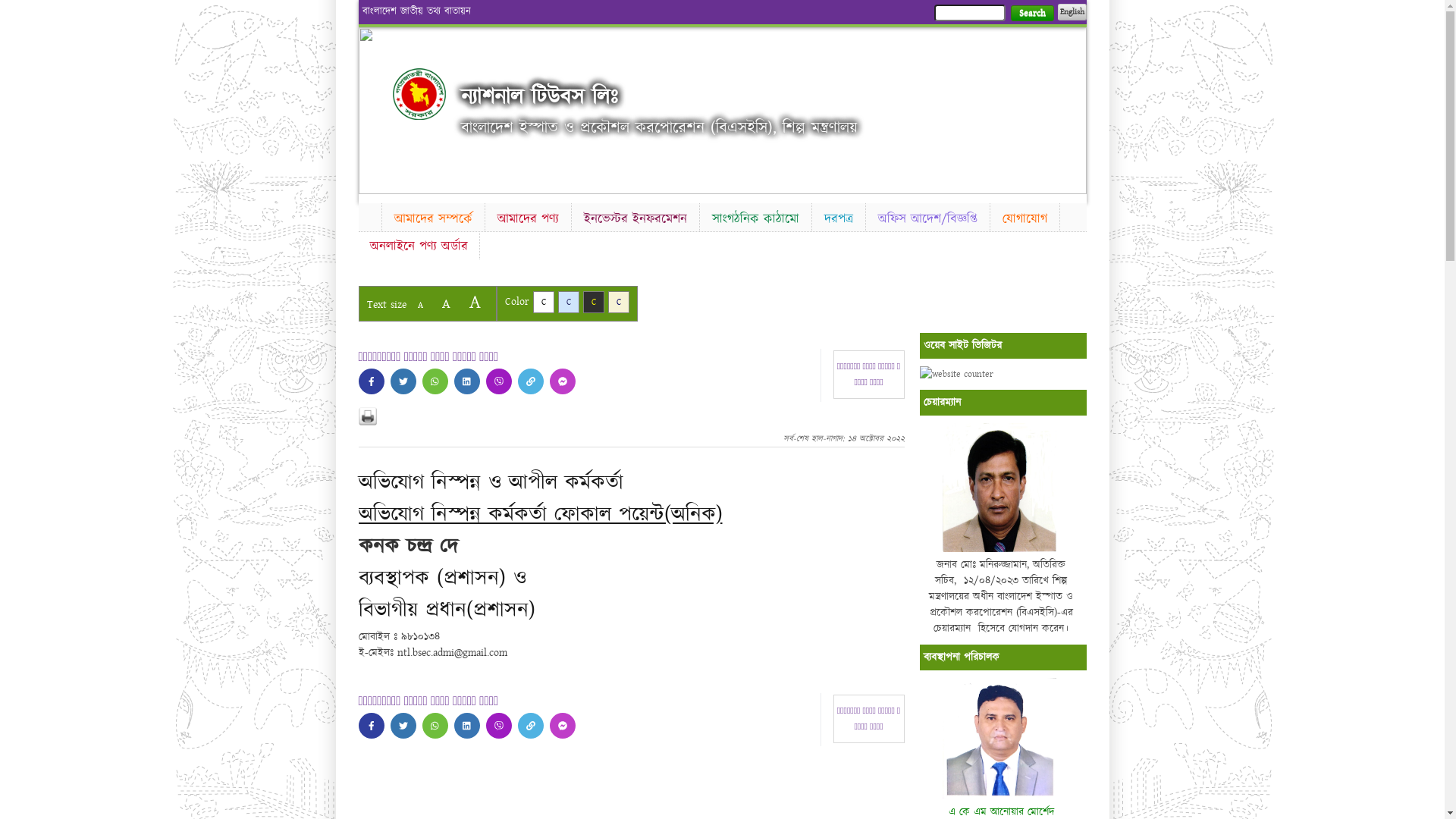 This screenshot has height=819, width=1456. I want to click on 'Search', so click(1031, 13).